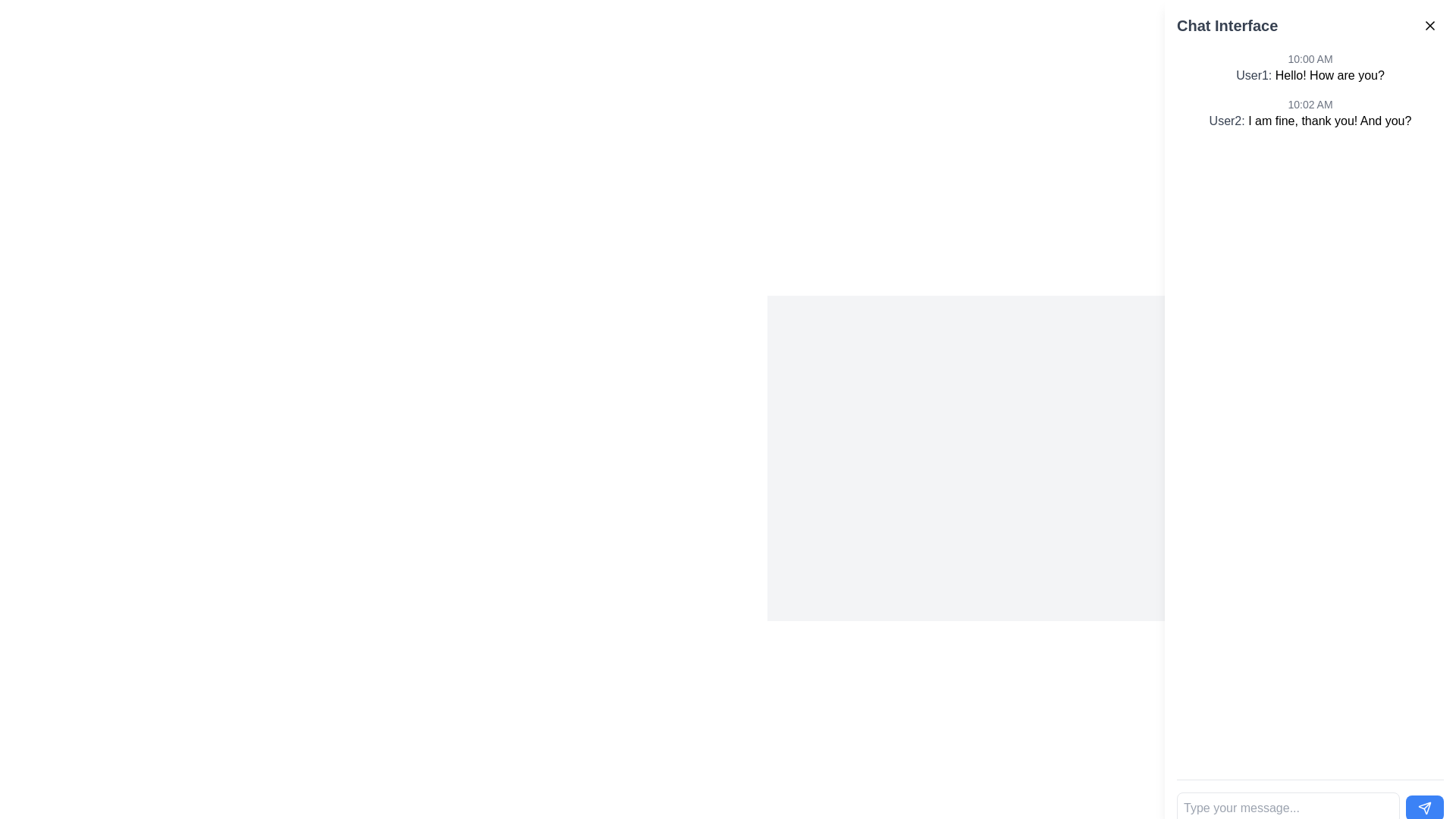 This screenshot has width=1456, height=819. I want to click on the Text Label displaying the time '10:00 AM', which is styled in gray and positioned above the user message content in the chat interface, so click(1310, 58).